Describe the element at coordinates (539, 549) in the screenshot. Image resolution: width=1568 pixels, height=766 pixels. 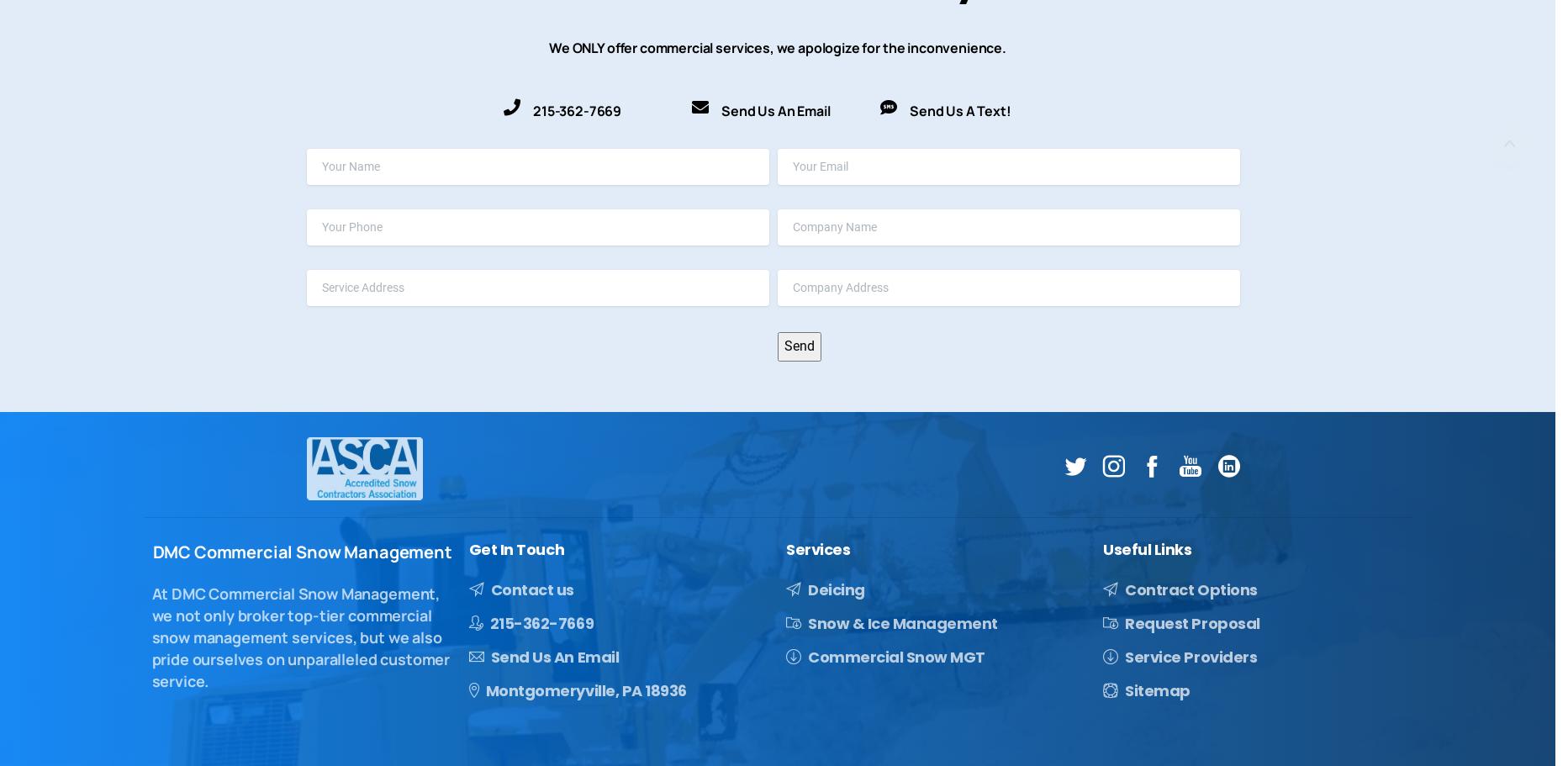
I see `'Touch'` at that location.